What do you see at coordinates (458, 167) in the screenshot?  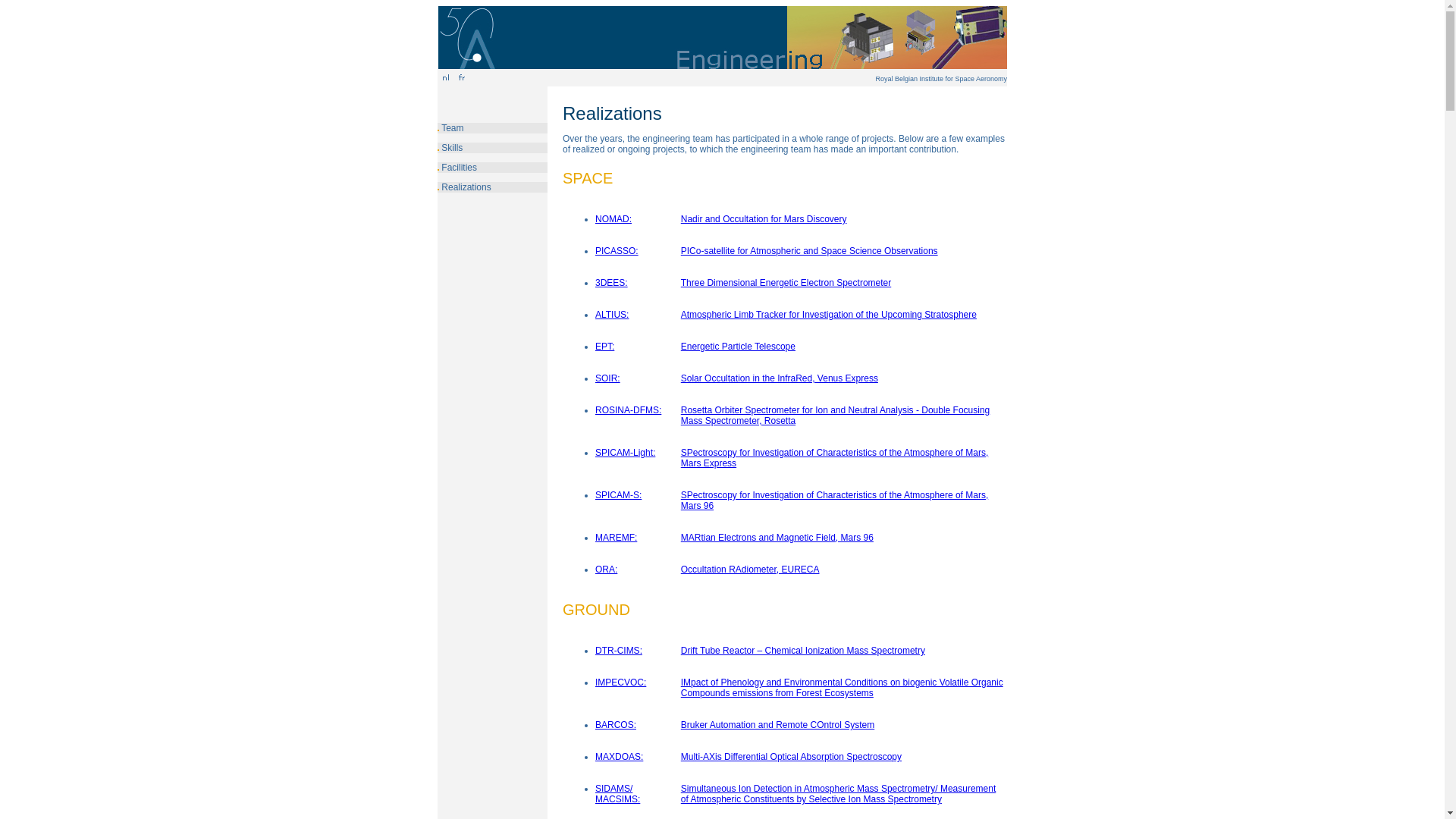 I see `'Facilities'` at bounding box center [458, 167].